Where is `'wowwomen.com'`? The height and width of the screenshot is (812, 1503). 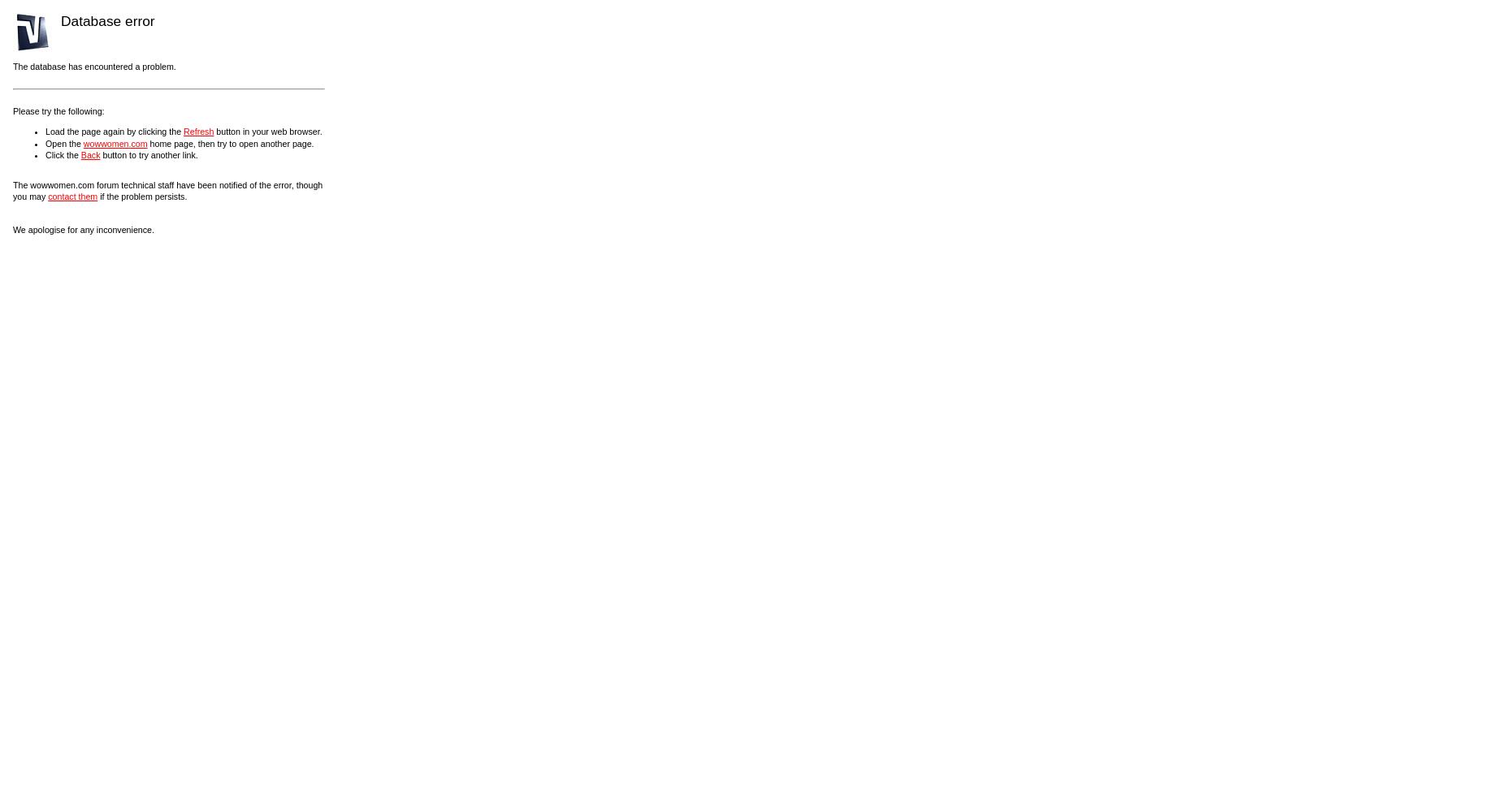
'wowwomen.com' is located at coordinates (114, 143).